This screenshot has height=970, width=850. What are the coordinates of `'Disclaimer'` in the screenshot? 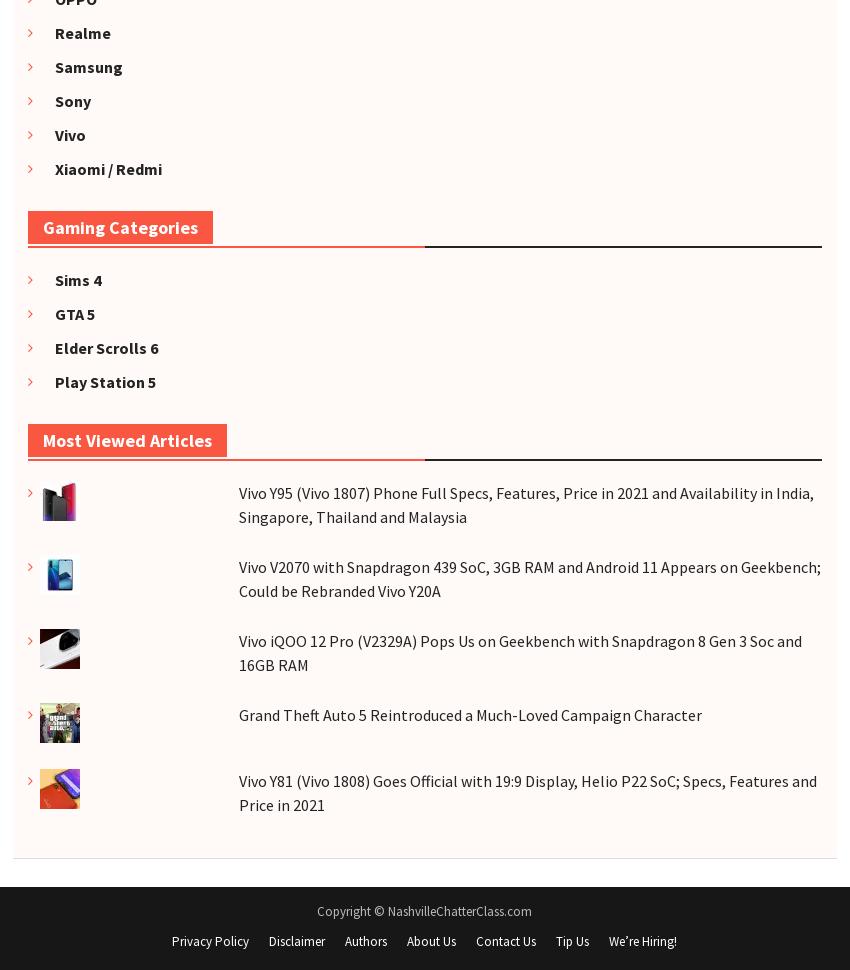 It's located at (295, 939).